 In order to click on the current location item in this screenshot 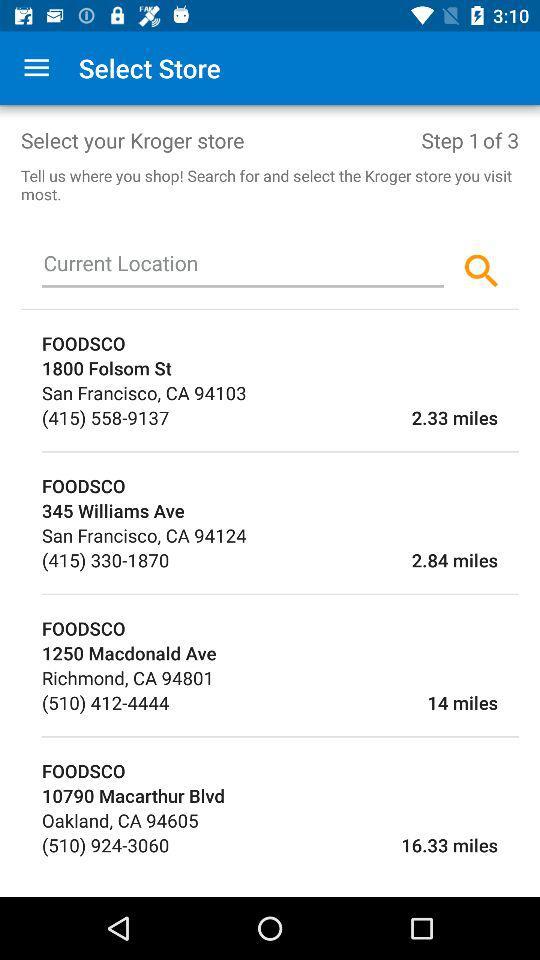, I will do `click(243, 266)`.